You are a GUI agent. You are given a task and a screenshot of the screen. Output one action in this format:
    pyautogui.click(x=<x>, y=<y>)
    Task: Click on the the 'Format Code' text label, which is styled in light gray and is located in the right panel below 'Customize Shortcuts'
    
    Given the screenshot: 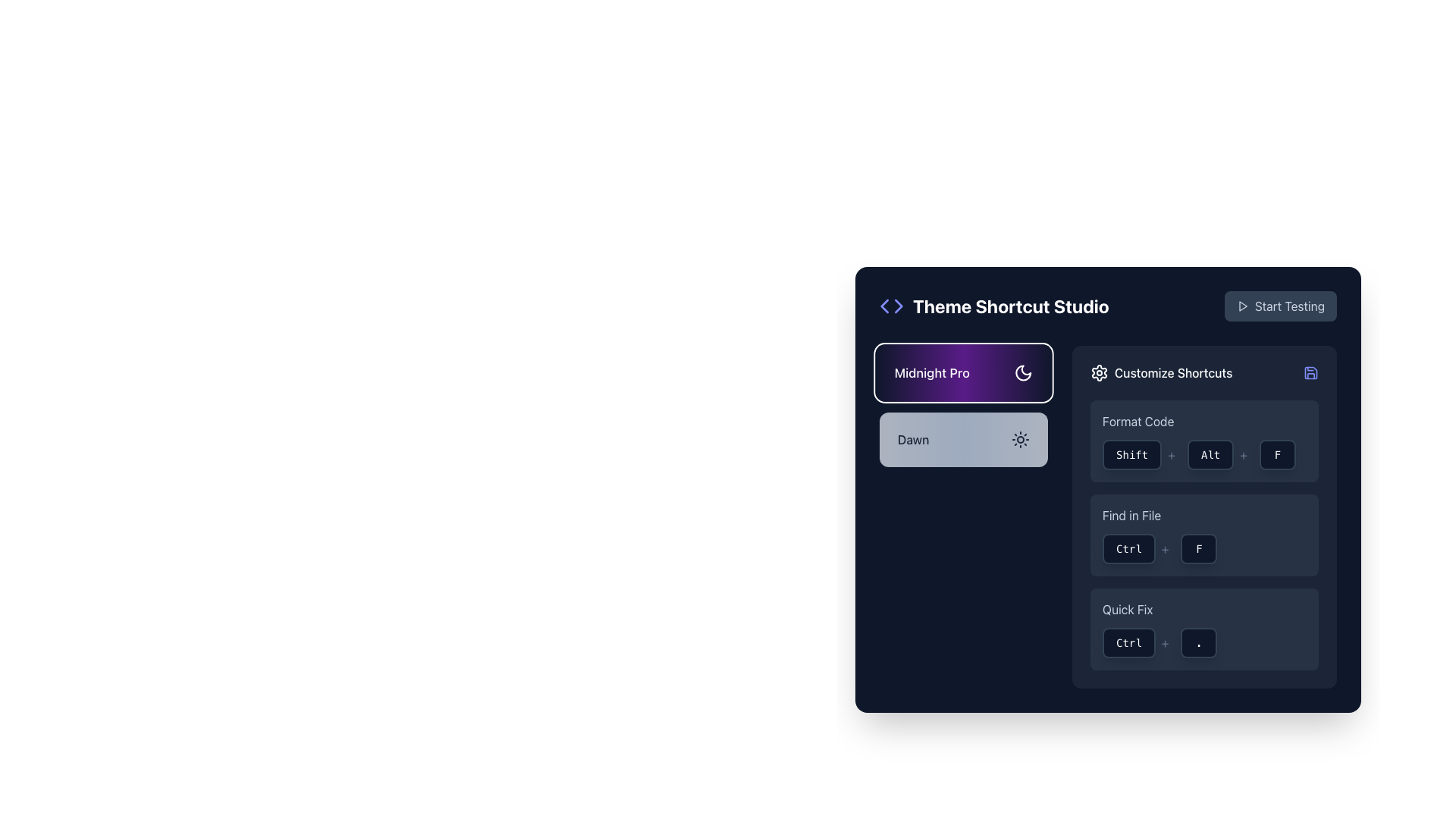 What is the action you would take?
    pyautogui.click(x=1138, y=421)
    